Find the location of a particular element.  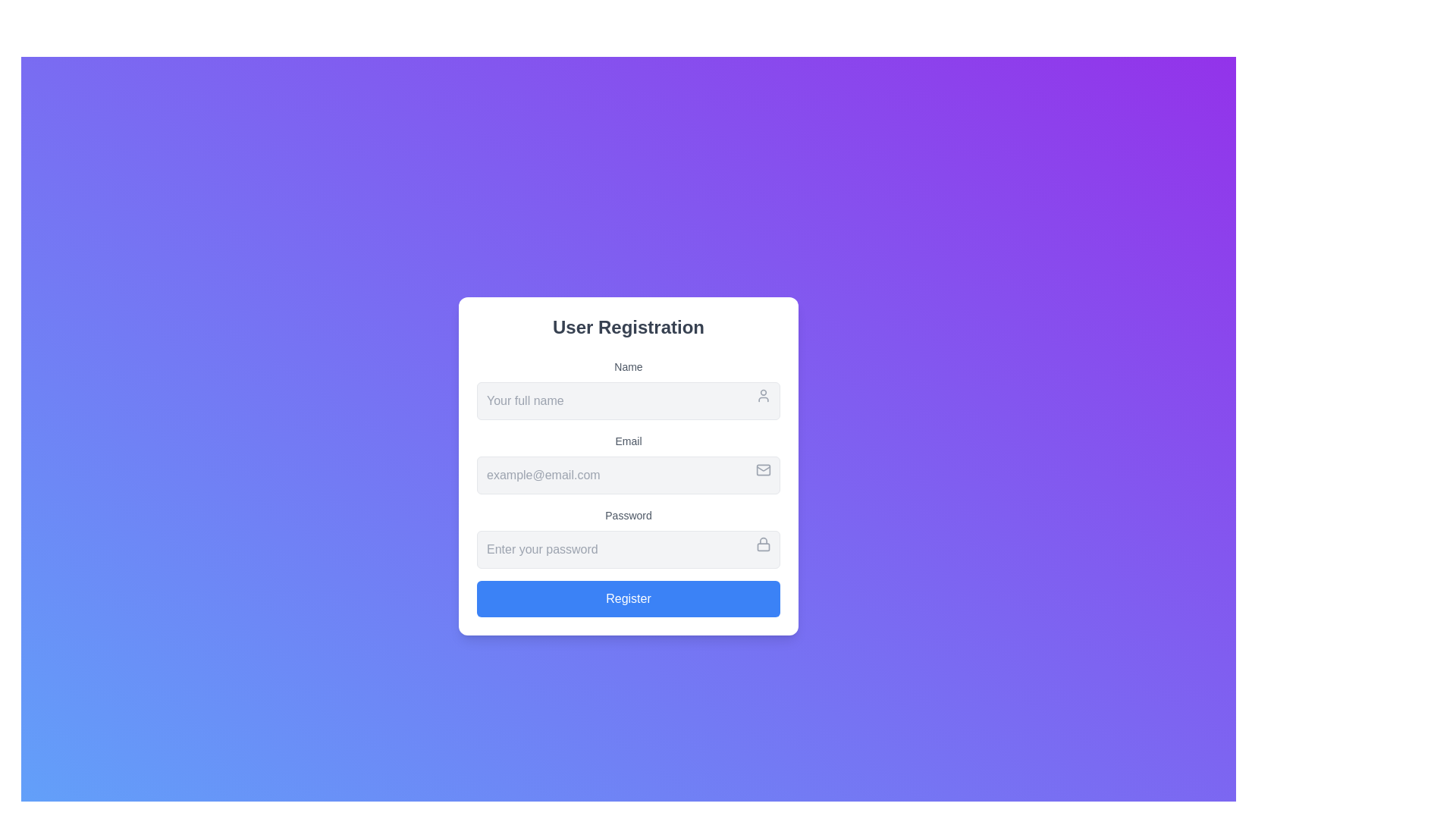

the decorative icon element inside the 'Name' input field of the user registration form, located on the right side of the input box is located at coordinates (764, 394).